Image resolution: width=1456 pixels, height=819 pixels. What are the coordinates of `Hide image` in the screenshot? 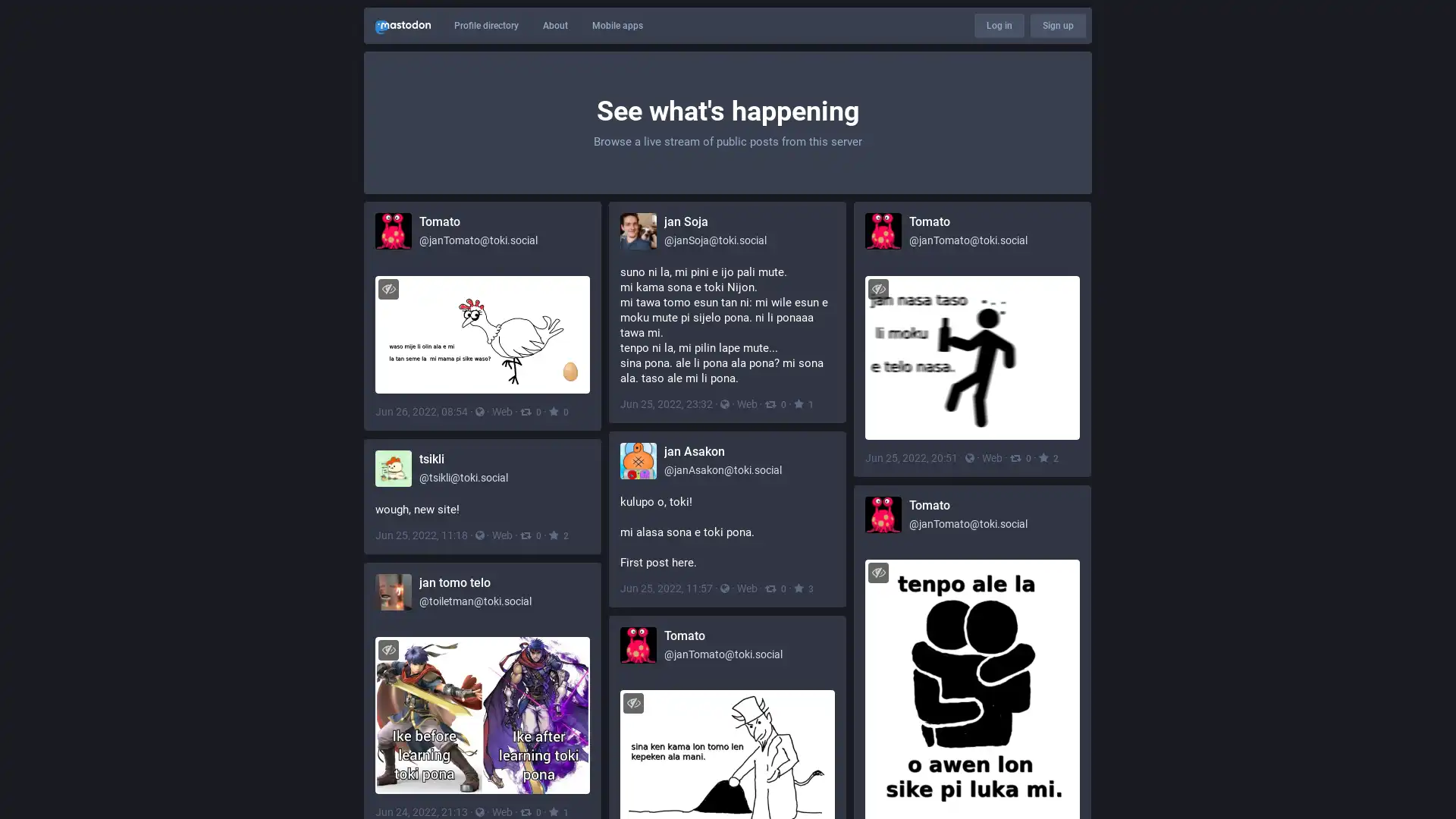 It's located at (633, 702).